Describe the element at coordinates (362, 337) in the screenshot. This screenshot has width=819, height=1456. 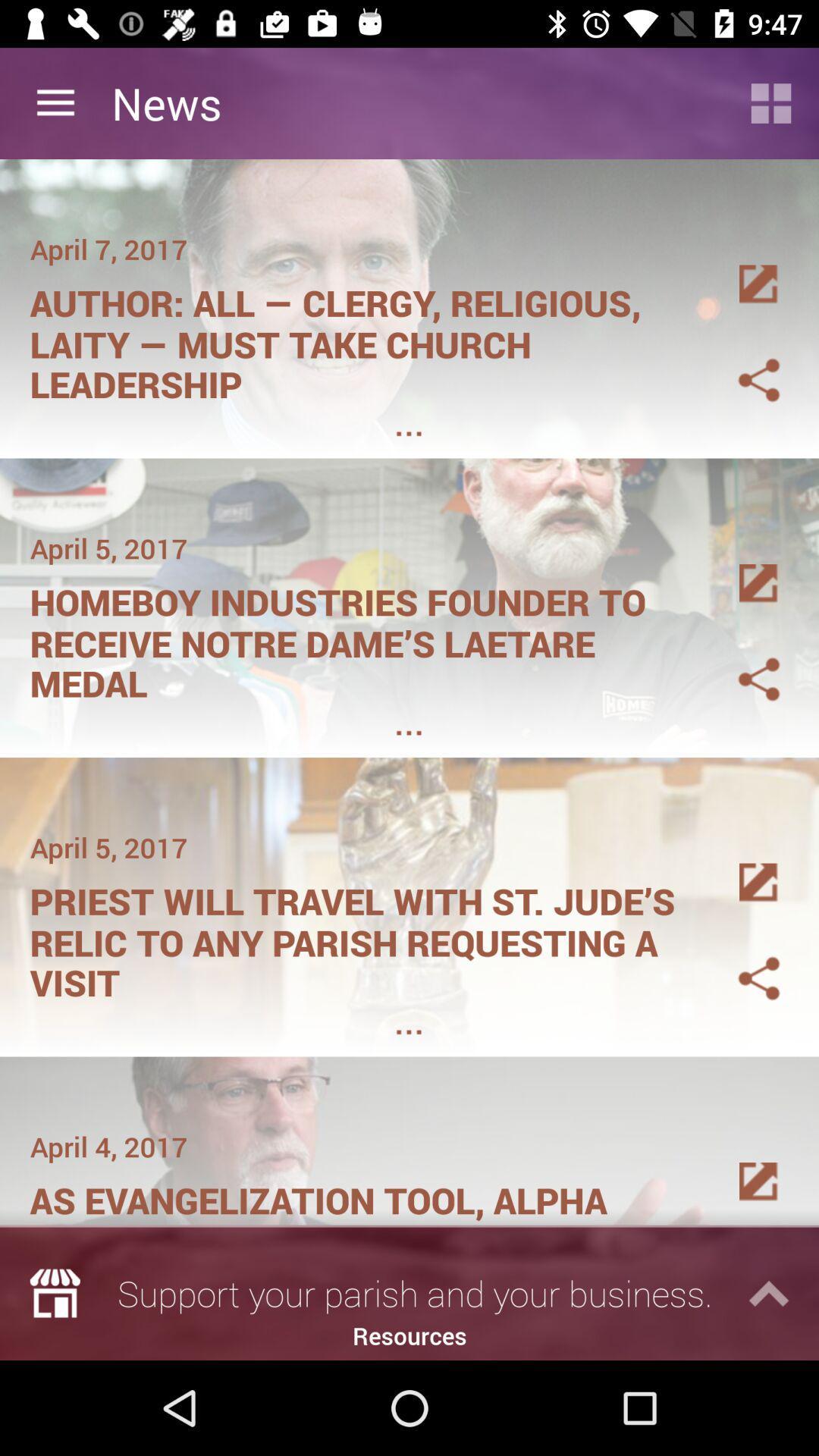
I see `item below april 7, 2017` at that location.